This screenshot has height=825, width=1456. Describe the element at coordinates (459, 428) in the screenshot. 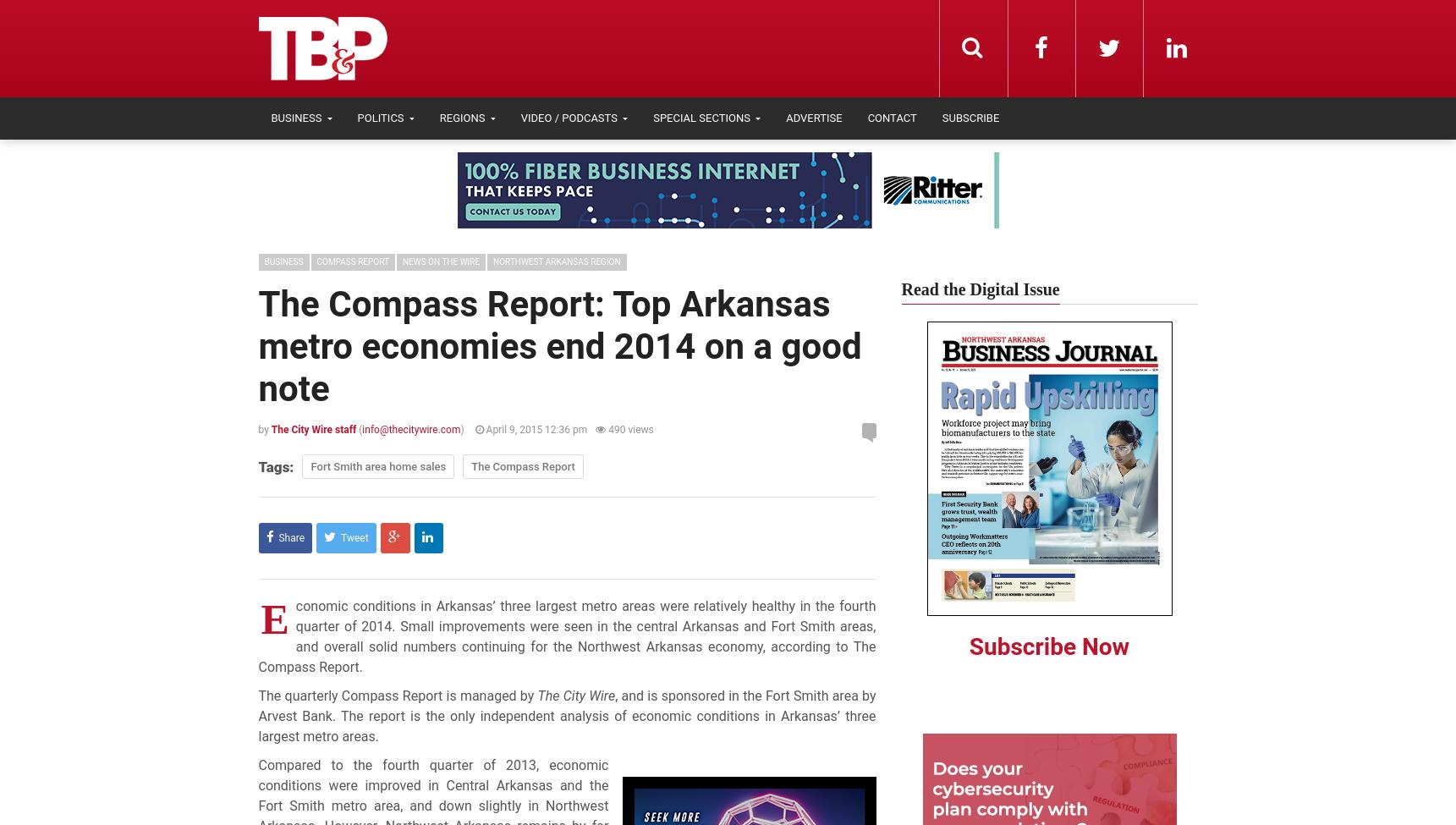

I see `')'` at that location.